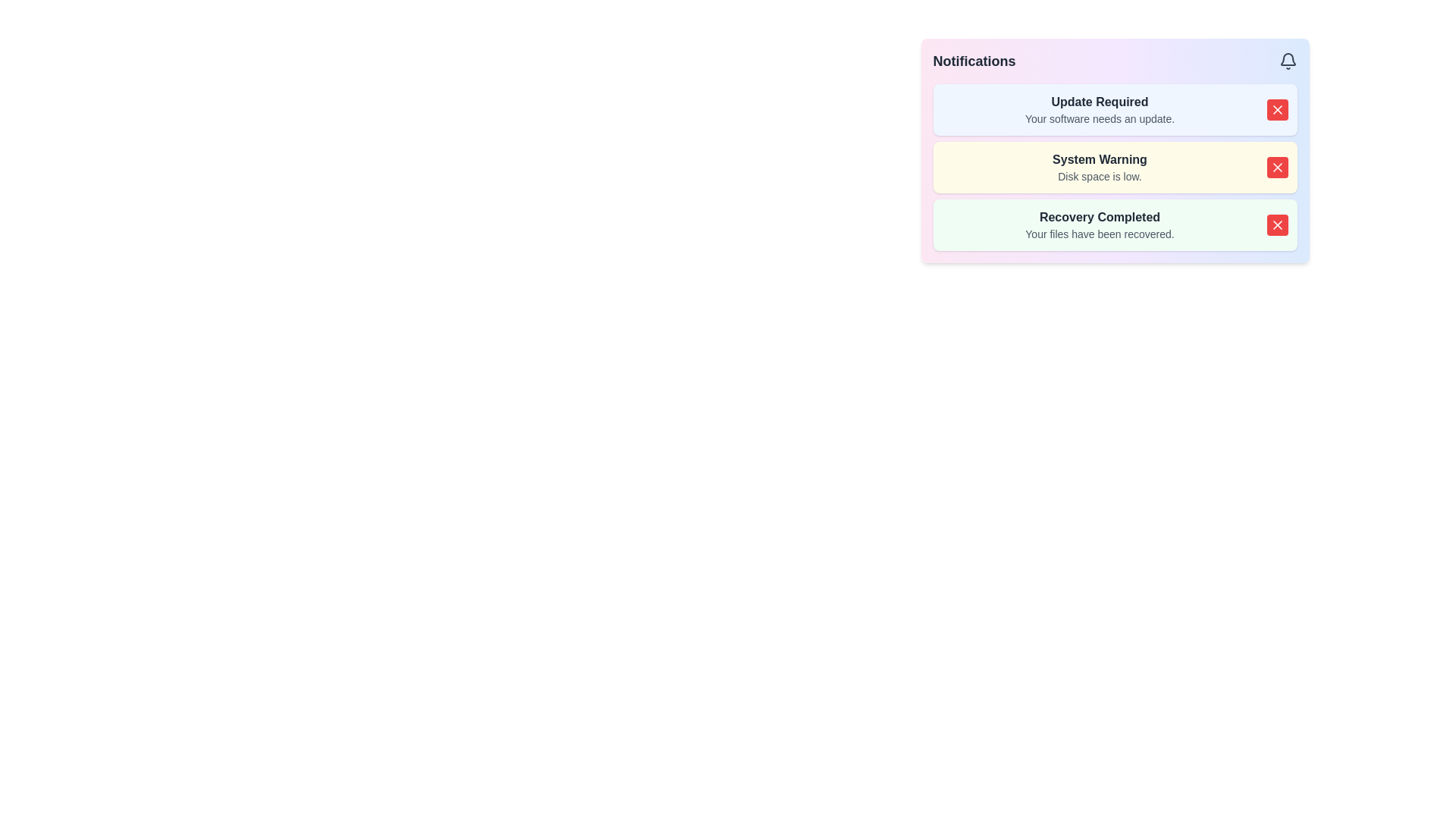 The image size is (1456, 819). What do you see at coordinates (1100, 167) in the screenshot?
I see `the system notification message about low disk space, located in the central region of the second notification card in the right-center of the interface` at bounding box center [1100, 167].